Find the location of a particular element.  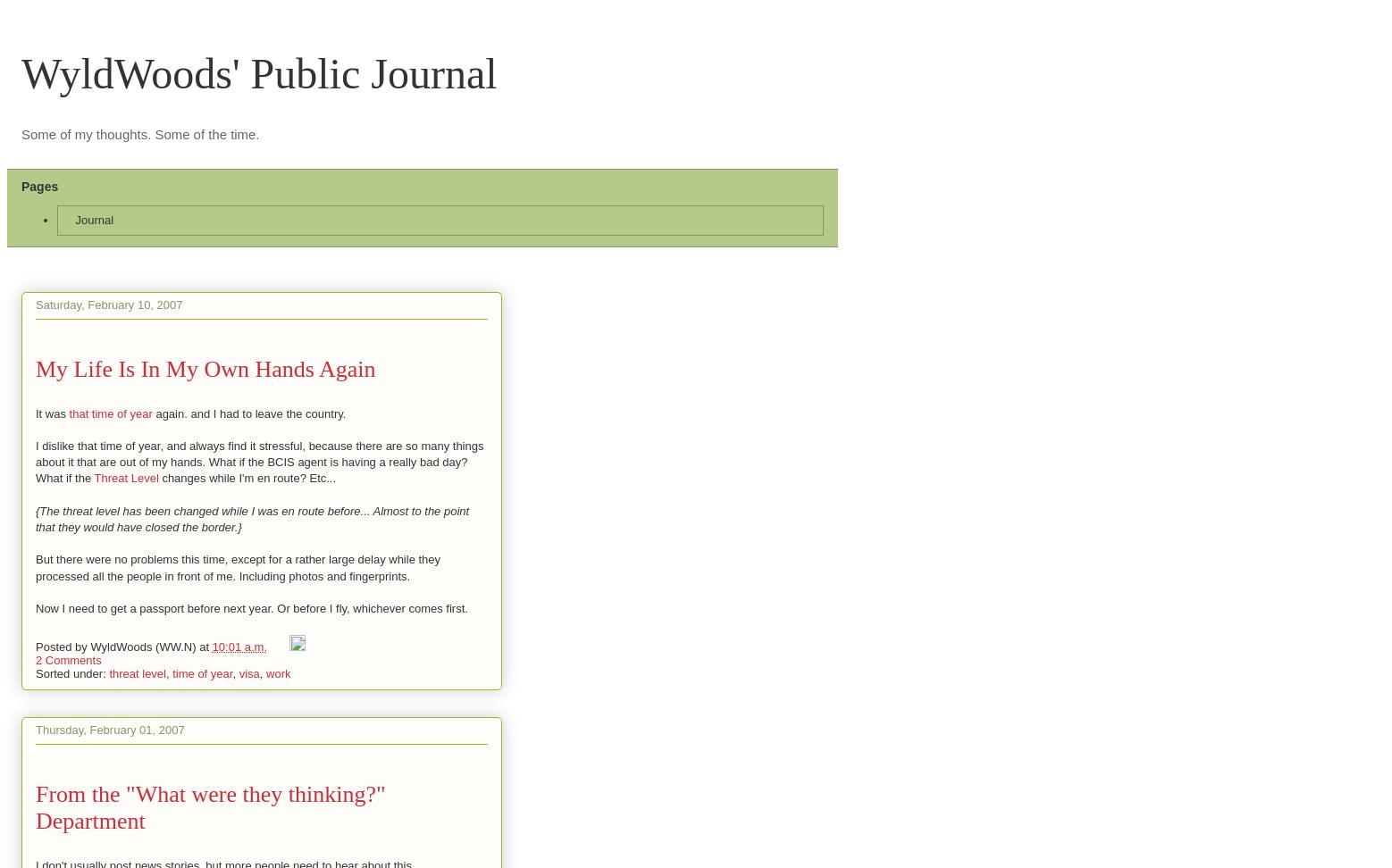

'2
Comments' is located at coordinates (68, 659).